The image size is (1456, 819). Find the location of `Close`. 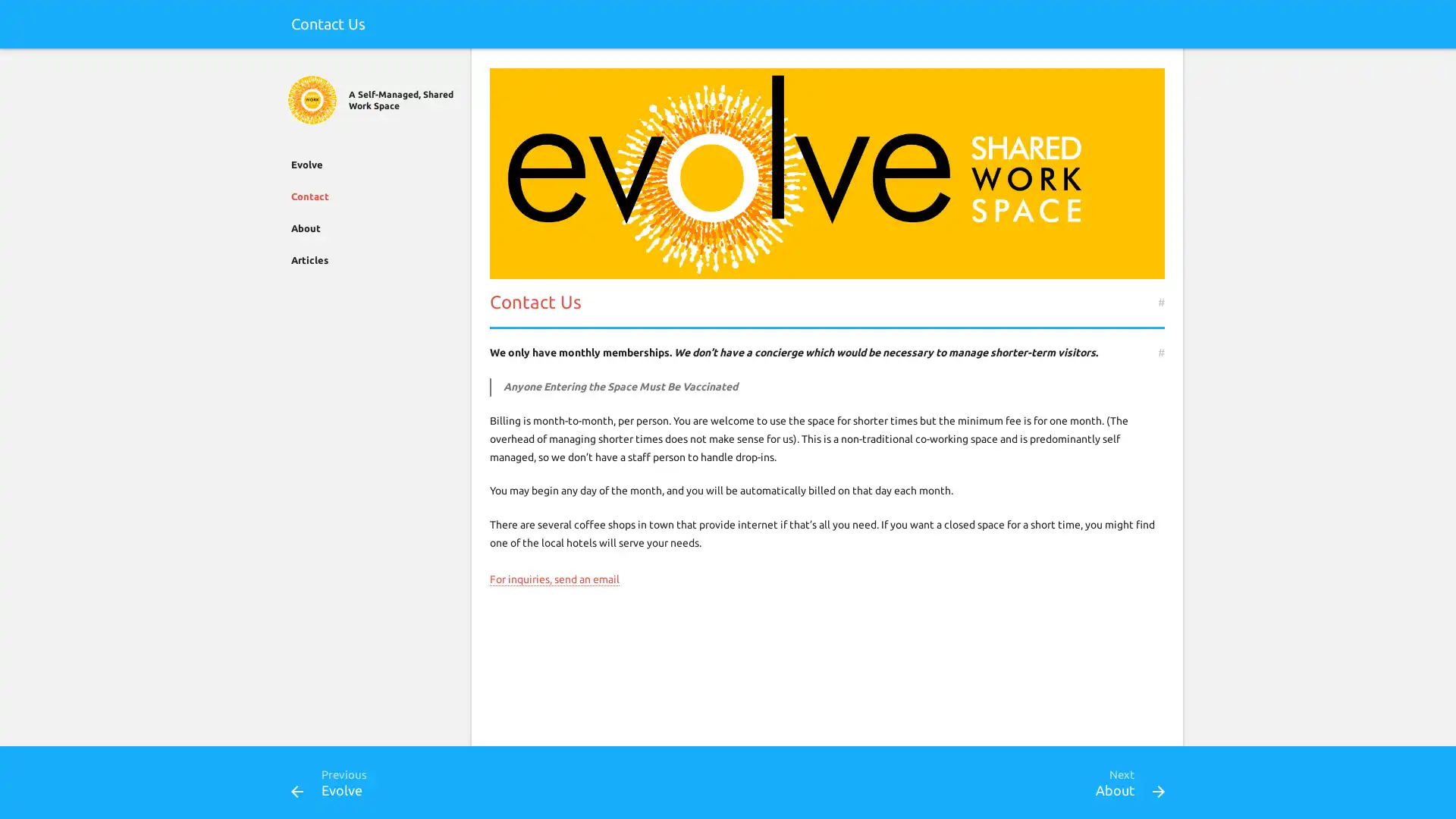

Close is located at coordinates (297, 66).